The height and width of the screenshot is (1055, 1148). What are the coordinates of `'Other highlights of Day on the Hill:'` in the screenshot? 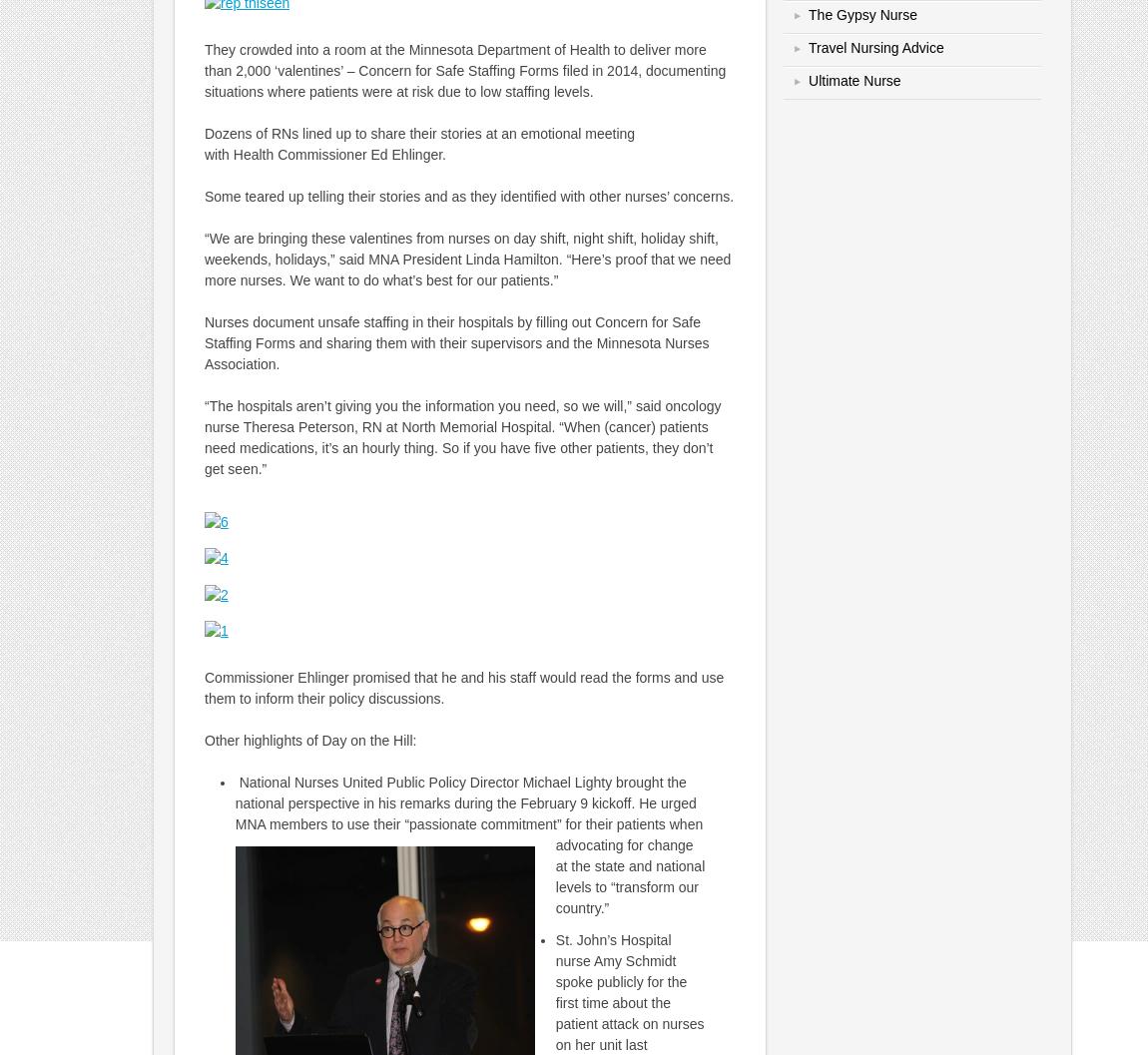 It's located at (309, 740).